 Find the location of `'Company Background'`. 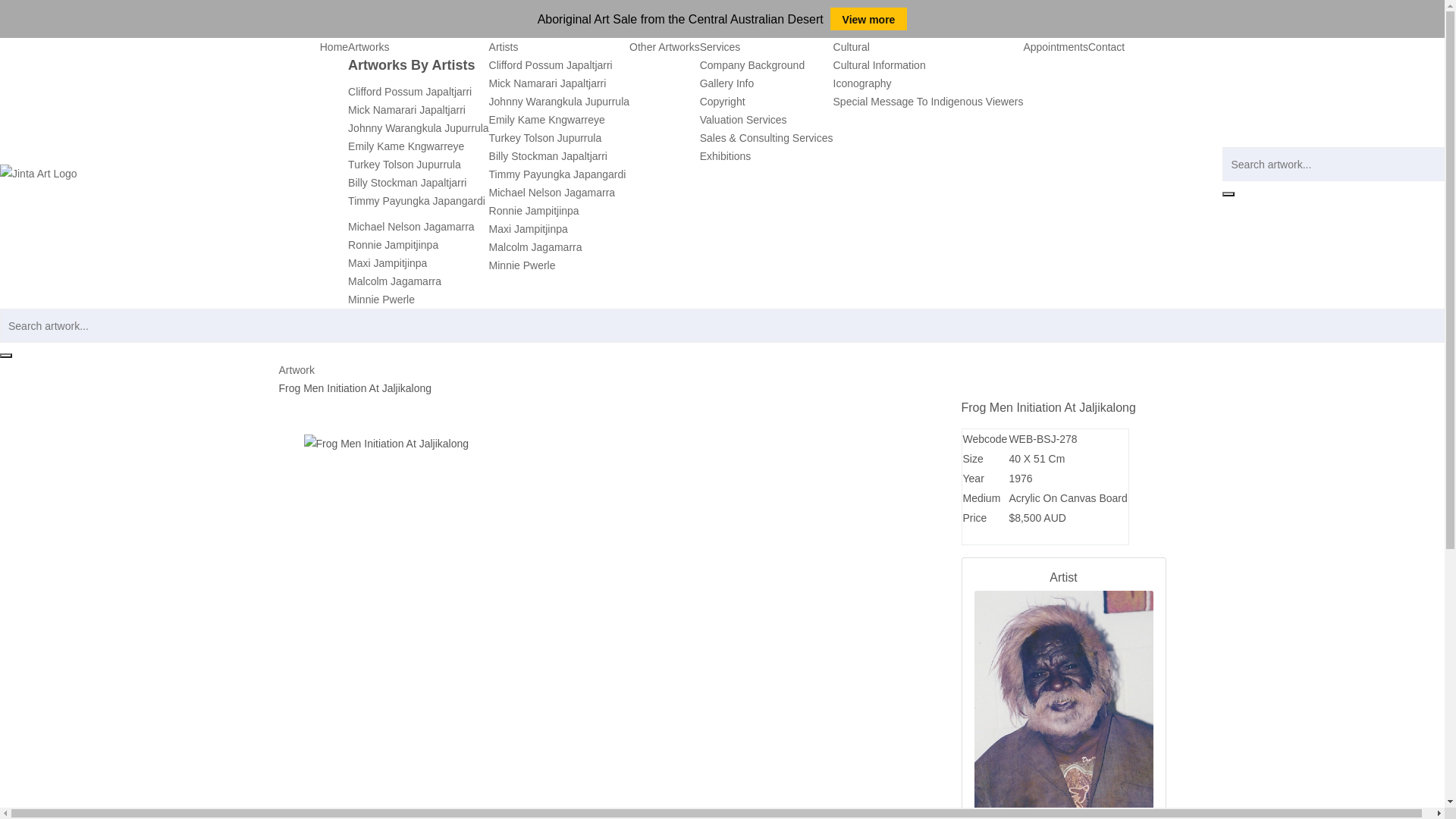

'Company Background' is located at coordinates (752, 64).